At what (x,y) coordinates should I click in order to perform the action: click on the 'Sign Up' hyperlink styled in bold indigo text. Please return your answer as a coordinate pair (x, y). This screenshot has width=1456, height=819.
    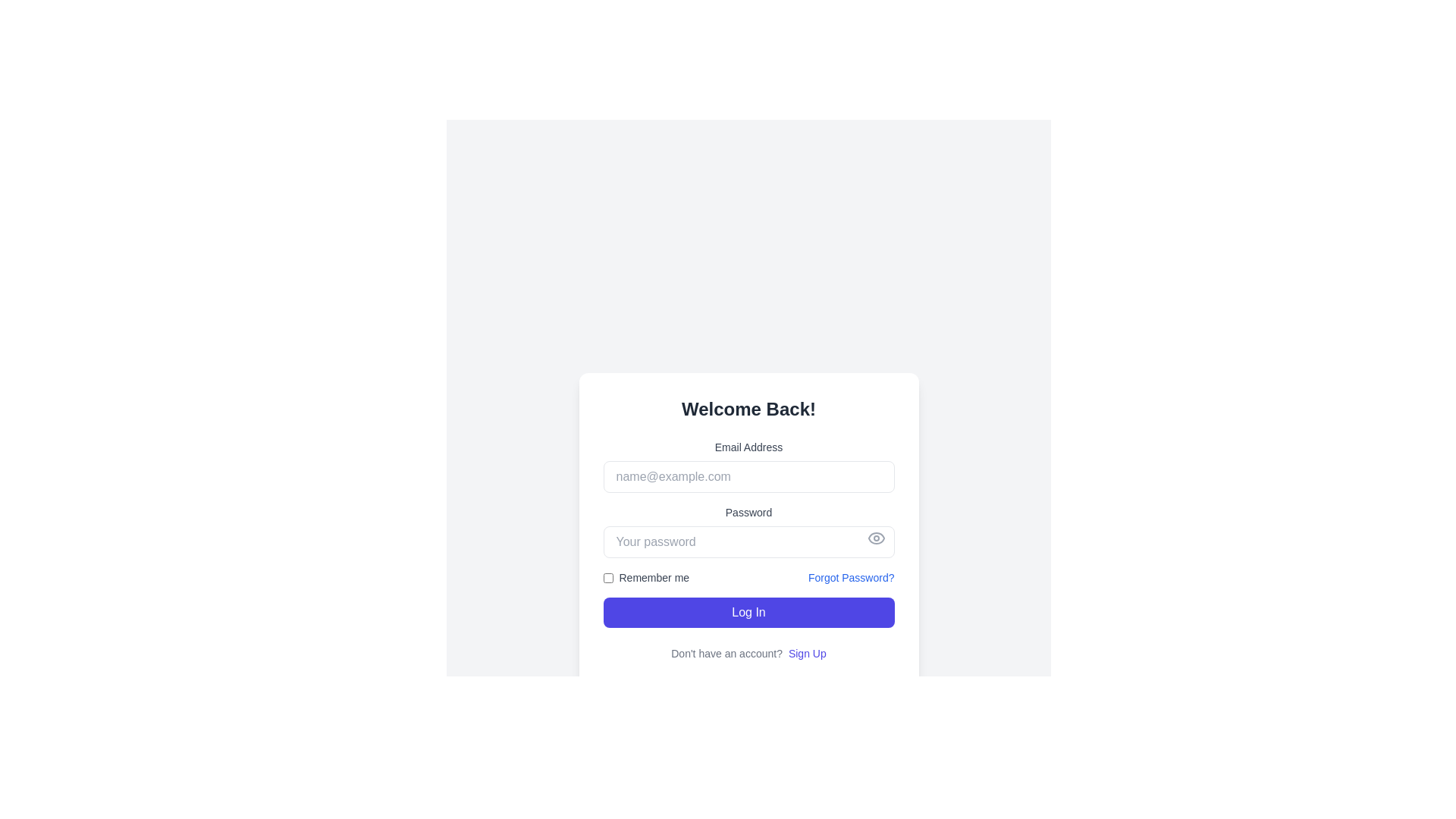
    Looking at the image, I should click on (806, 652).